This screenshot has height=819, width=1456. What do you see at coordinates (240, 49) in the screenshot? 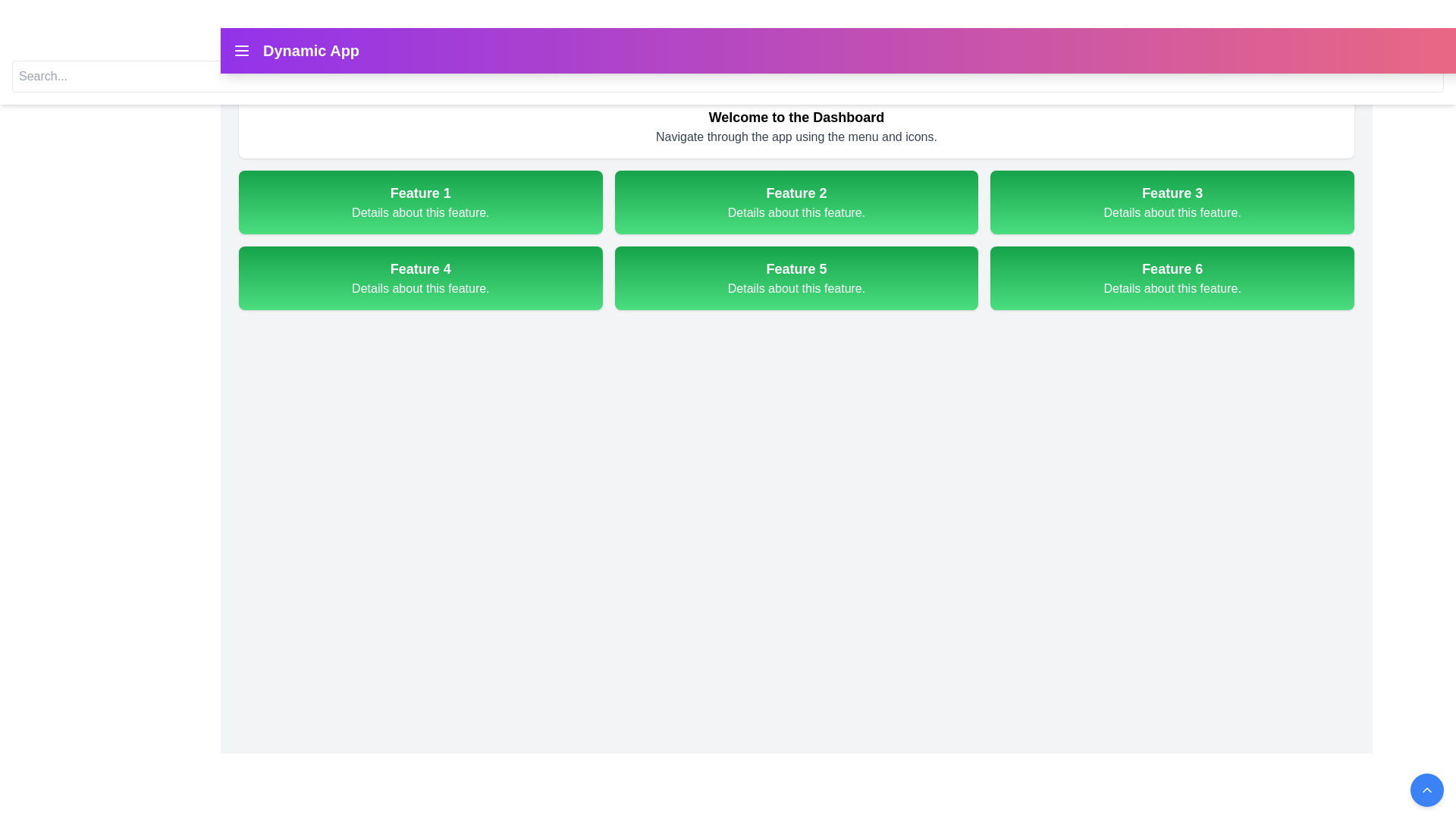
I see `the menu icon located in the top header bar` at bounding box center [240, 49].